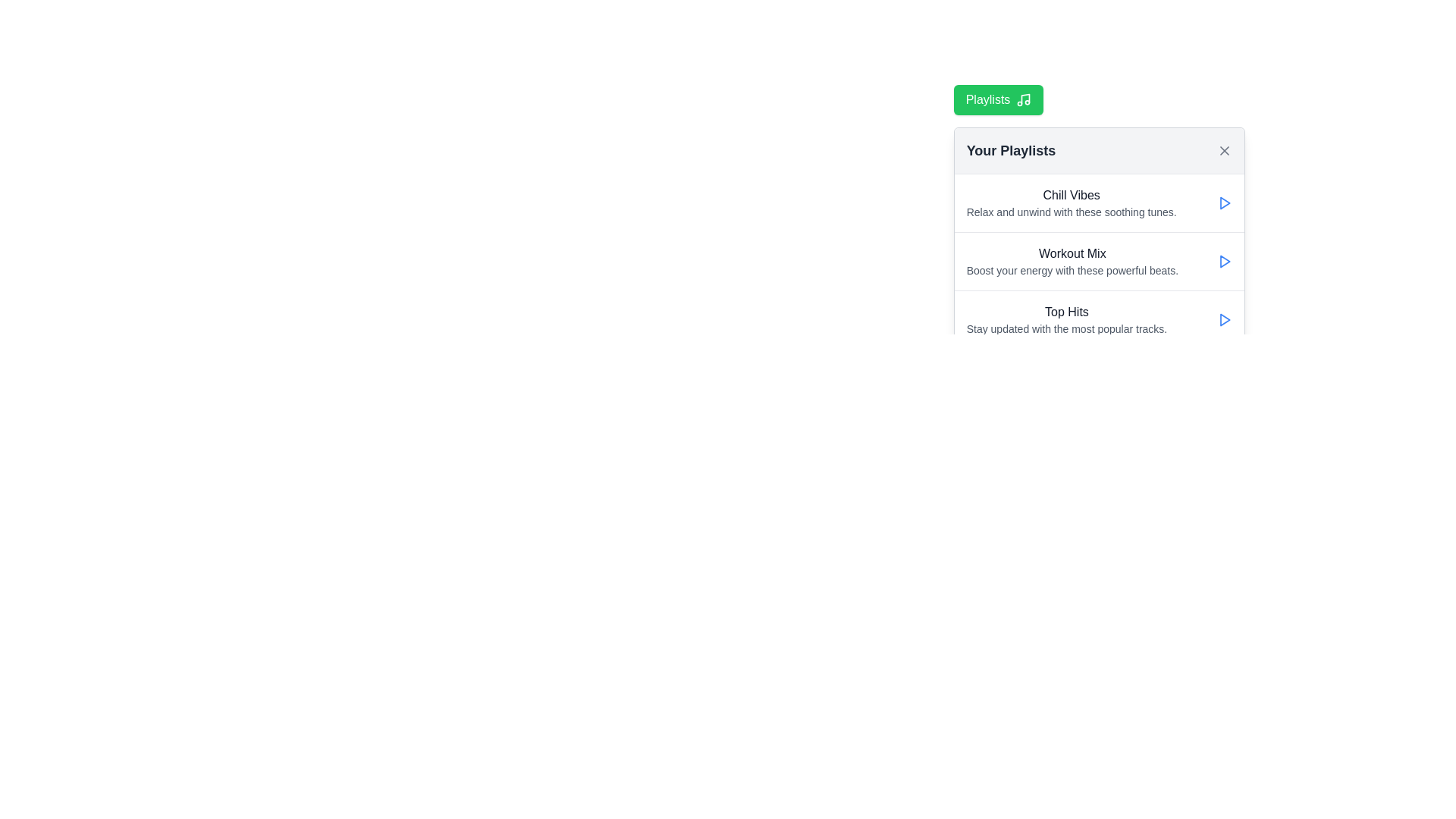 This screenshot has height=819, width=1456. Describe the element at coordinates (1071, 202) in the screenshot. I see `the 'Chill Vibes' text block which is the first item in the 'Your Playlists' card` at that location.